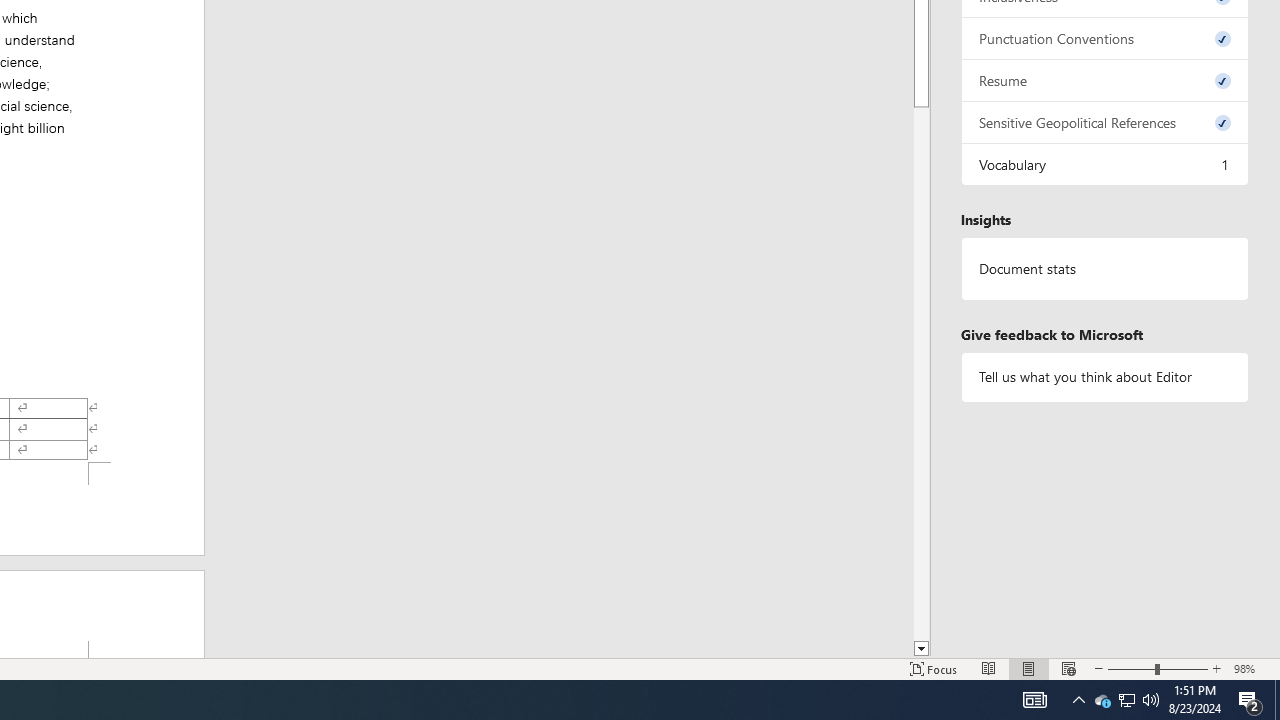 The image size is (1280, 720). Describe the element at coordinates (1104, 79) in the screenshot. I see `'Resume, 0 issues. Press space or enter to review items.'` at that location.